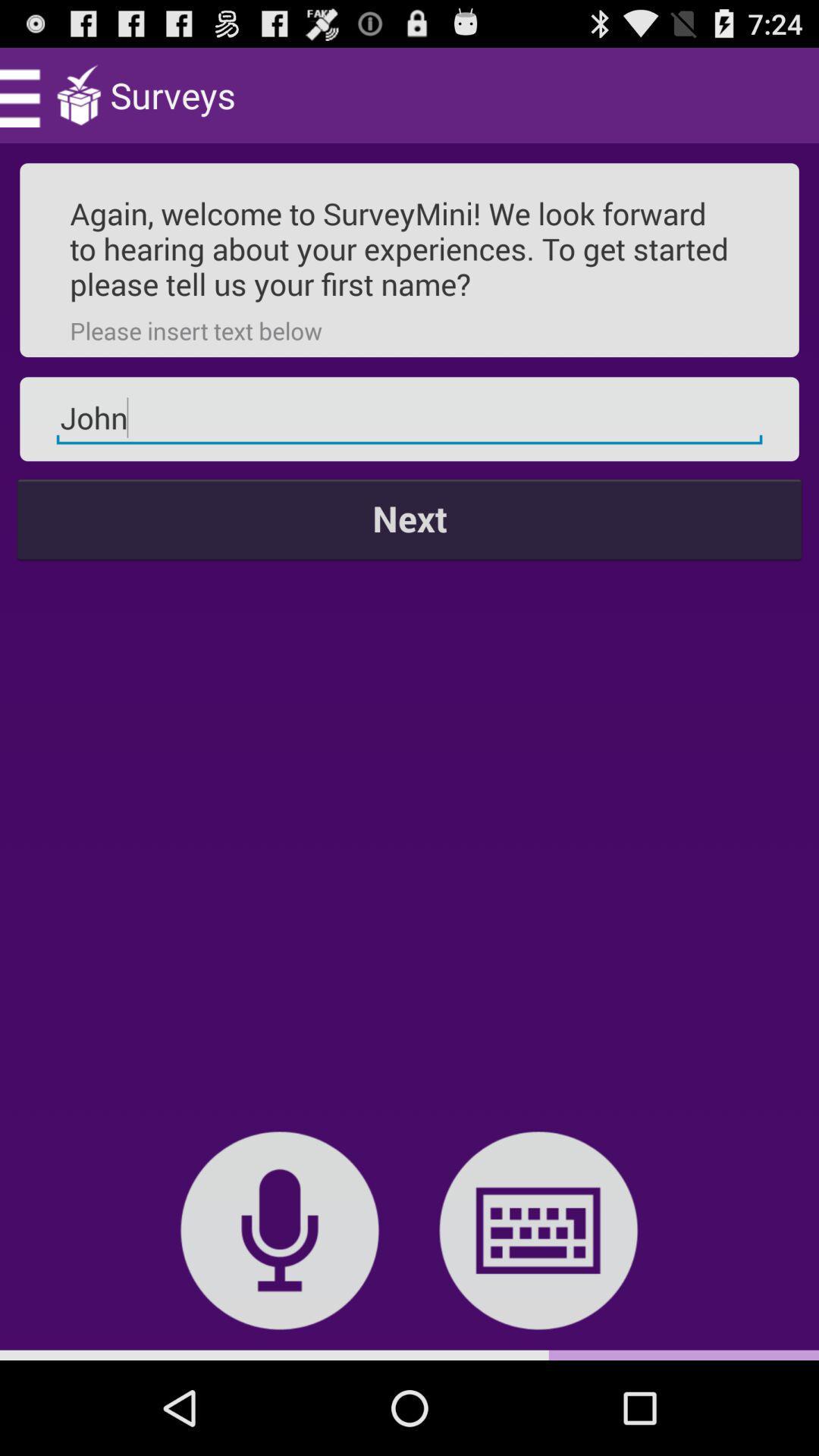 The image size is (819, 1456). Describe the element at coordinates (409, 419) in the screenshot. I see `the john icon` at that location.